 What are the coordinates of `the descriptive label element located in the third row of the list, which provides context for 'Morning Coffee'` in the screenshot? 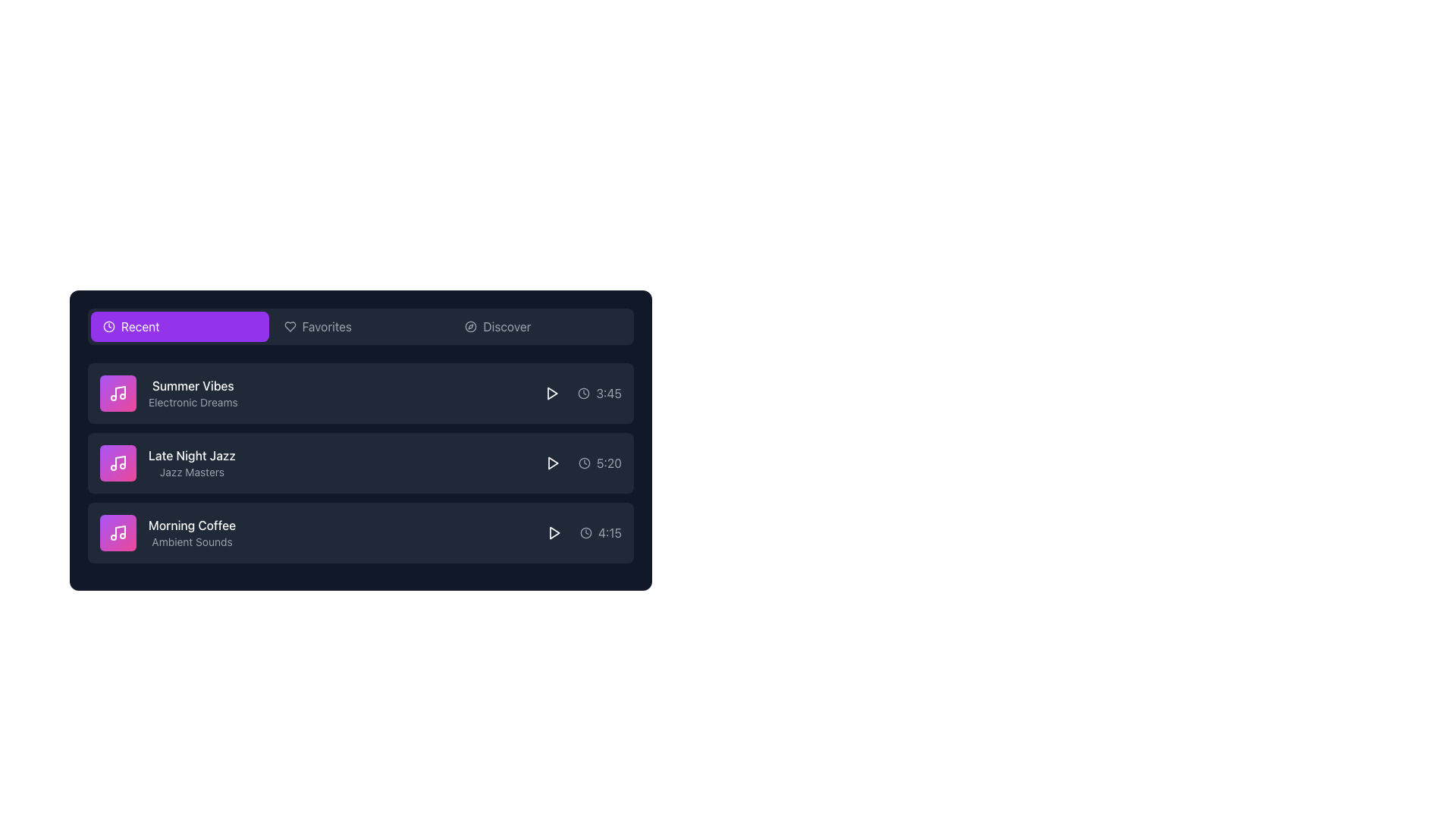 It's located at (191, 541).